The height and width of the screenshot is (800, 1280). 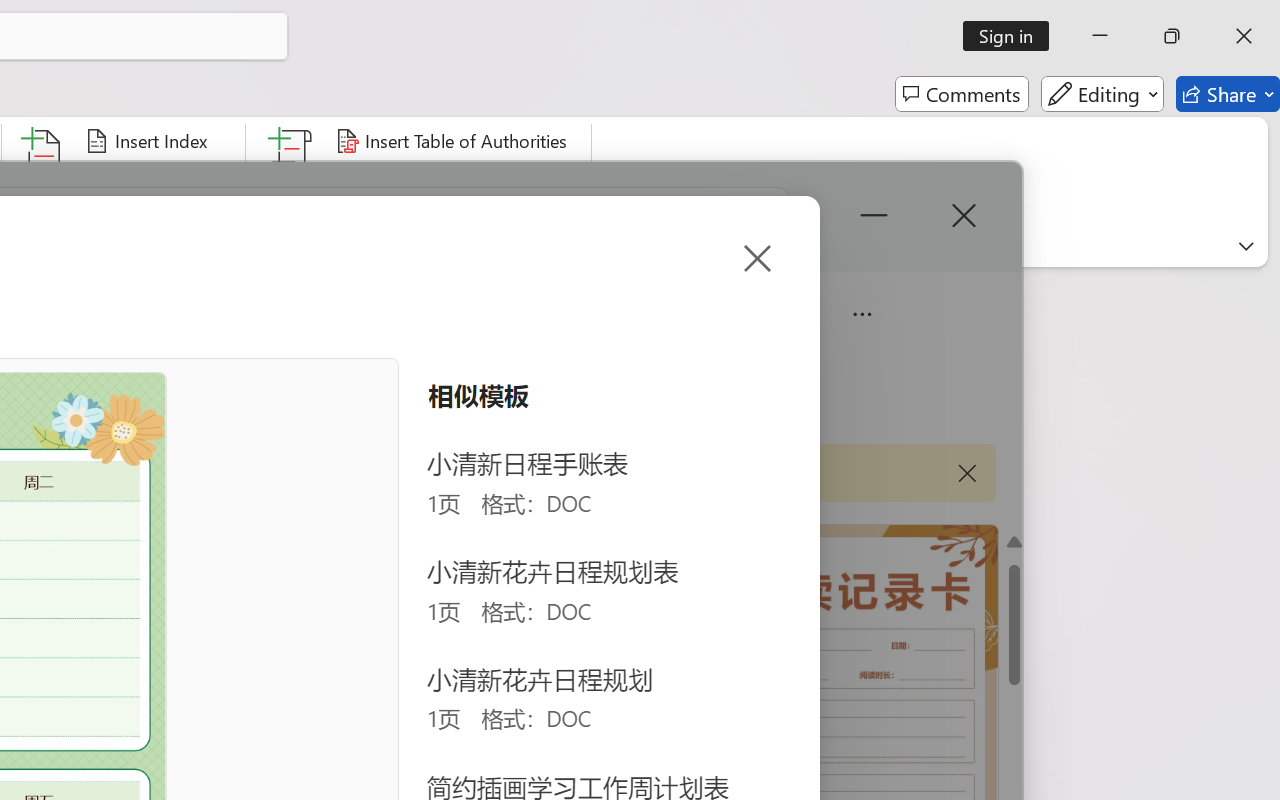 What do you see at coordinates (291, 179) in the screenshot?
I see `'Mark Citation...'` at bounding box center [291, 179].